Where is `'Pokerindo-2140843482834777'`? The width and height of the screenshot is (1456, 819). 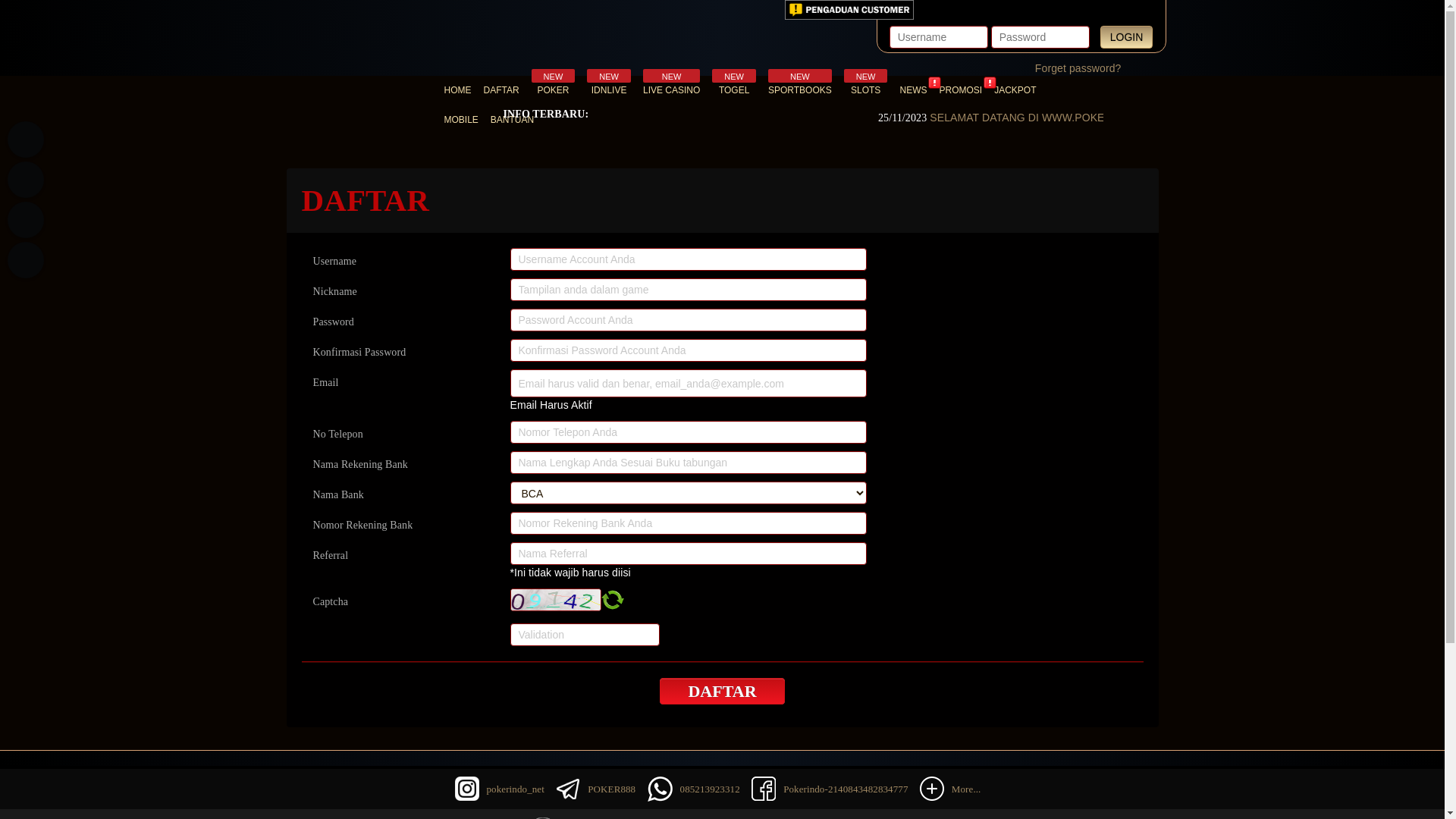 'Pokerindo-2140843482834777' is located at coordinates (844, 788).